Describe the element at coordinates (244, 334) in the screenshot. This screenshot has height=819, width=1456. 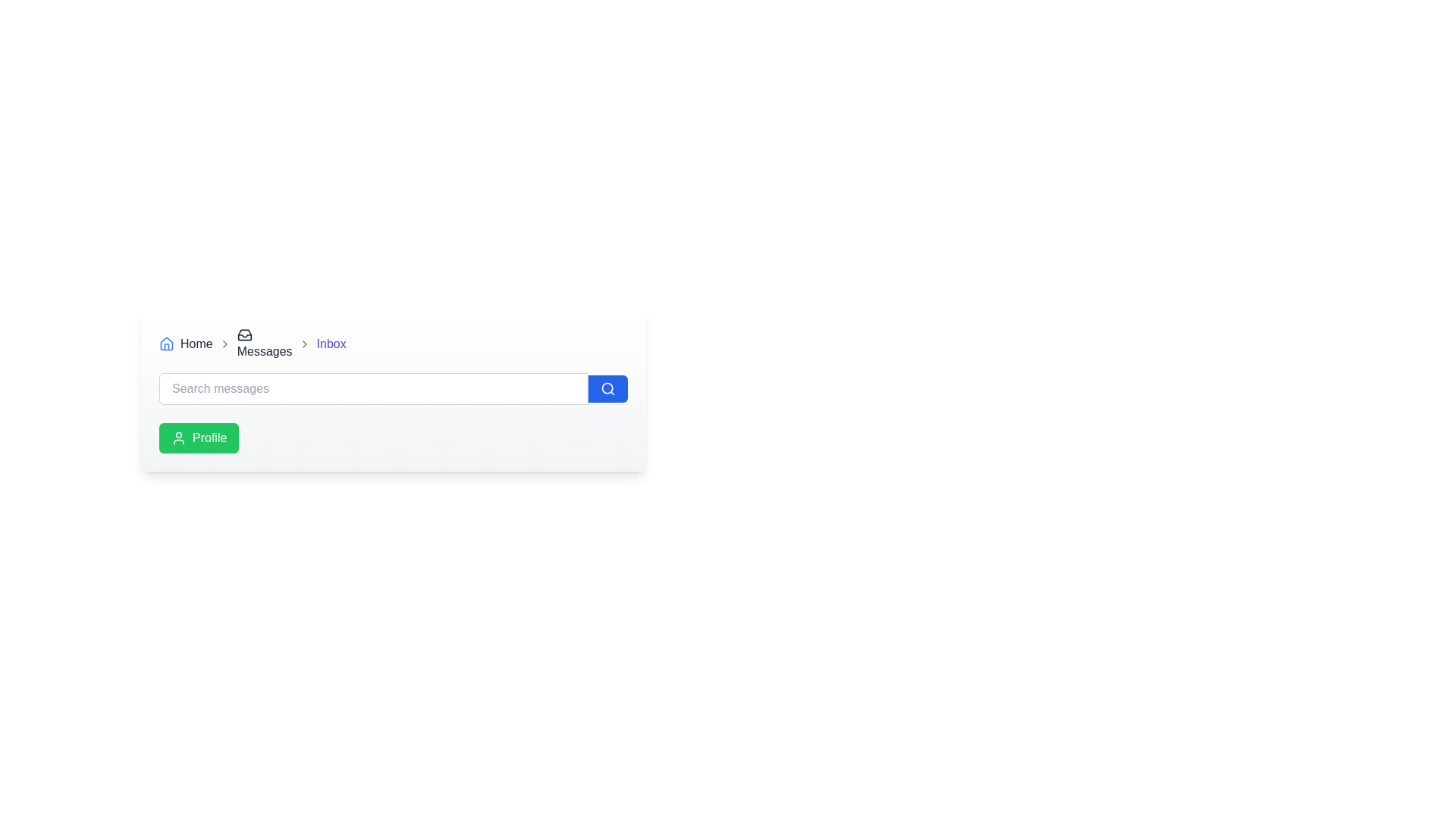
I see `the inbox icon located to the left of the 'Messages' text in the navigation bar` at that location.